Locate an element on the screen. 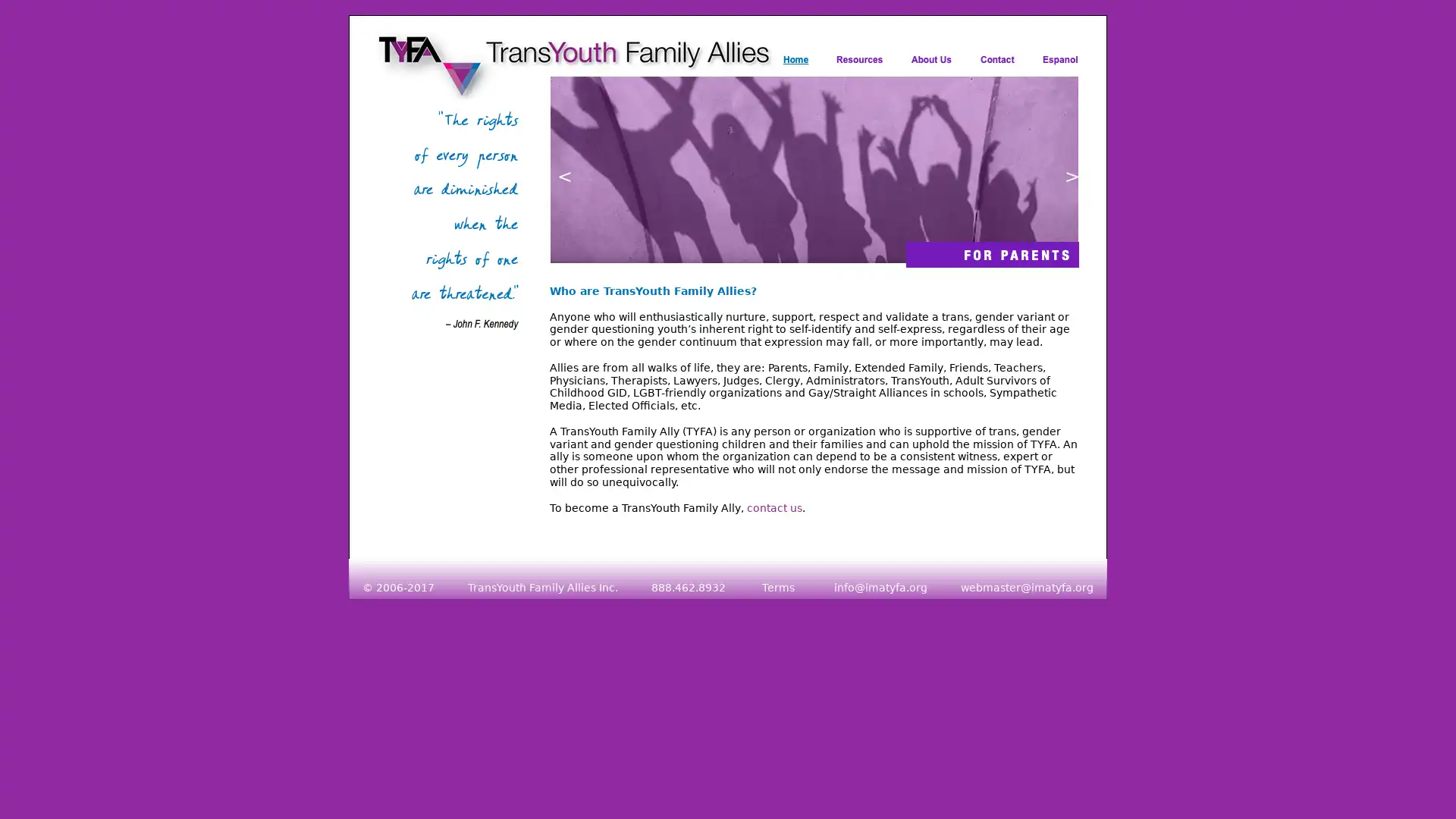 The height and width of the screenshot is (819, 1456). next is located at coordinates (1068, 177).